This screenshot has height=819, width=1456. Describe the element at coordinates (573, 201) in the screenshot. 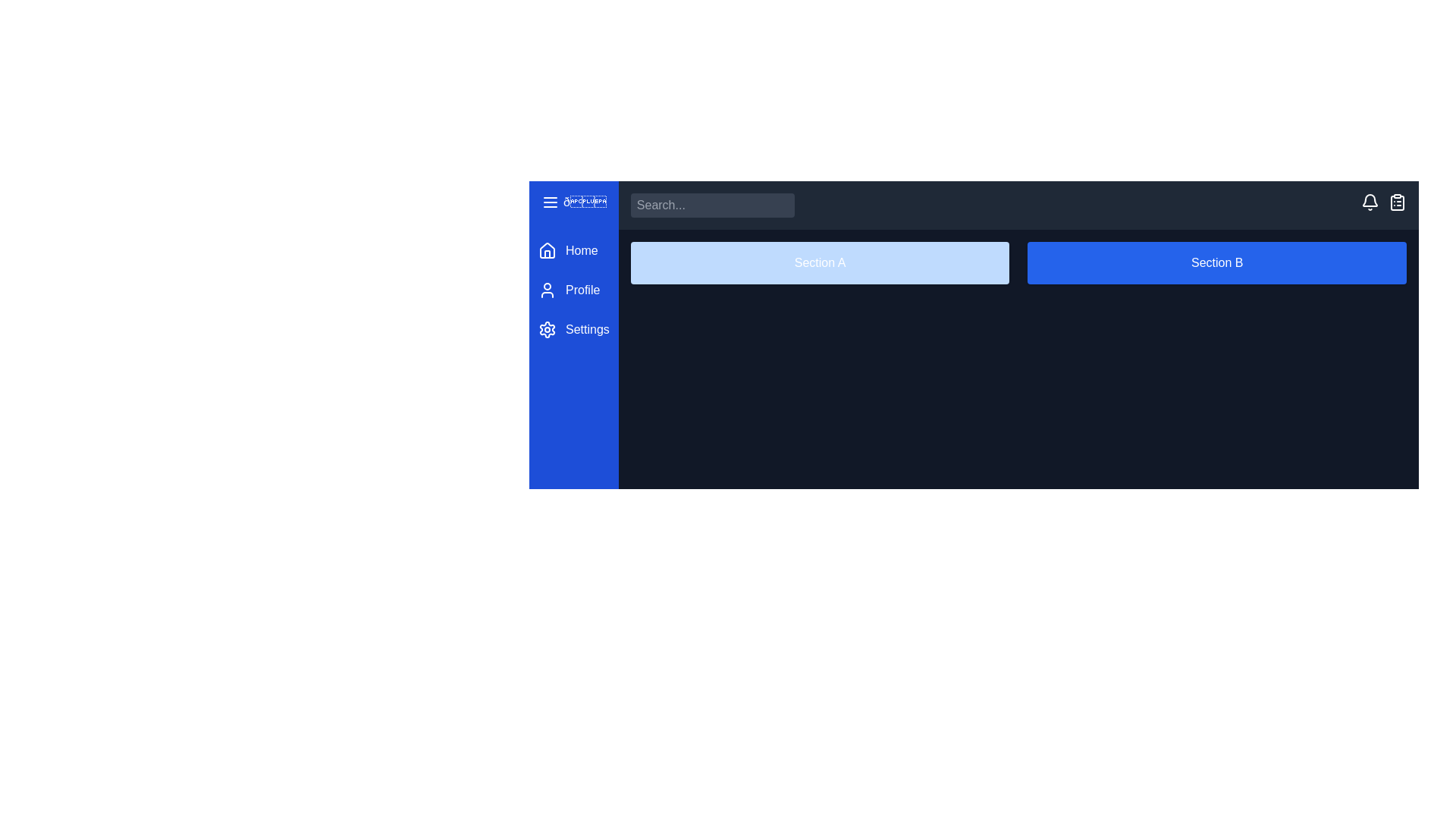

I see `the decorative icon located in the top-left corner of the sidebar, adjacent to the menu icon` at that location.